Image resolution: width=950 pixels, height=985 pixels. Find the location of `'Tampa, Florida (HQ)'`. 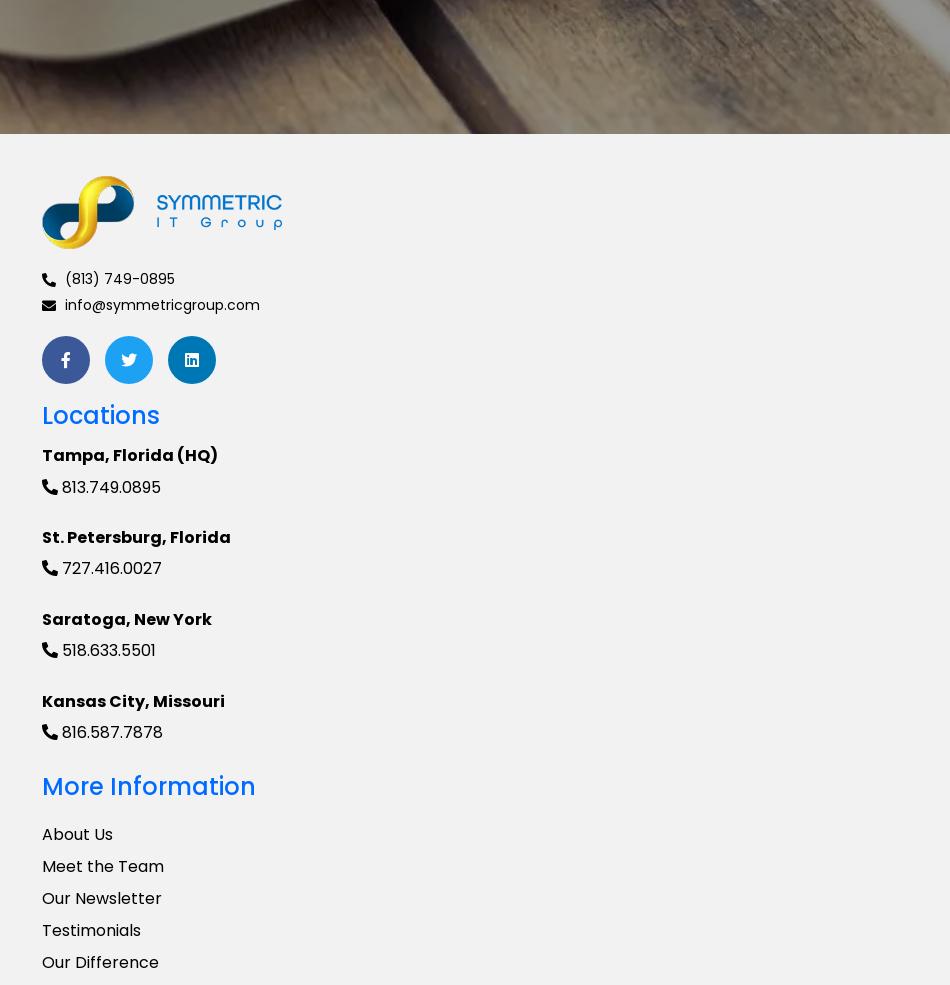

'Tampa, Florida (HQ)' is located at coordinates (129, 454).